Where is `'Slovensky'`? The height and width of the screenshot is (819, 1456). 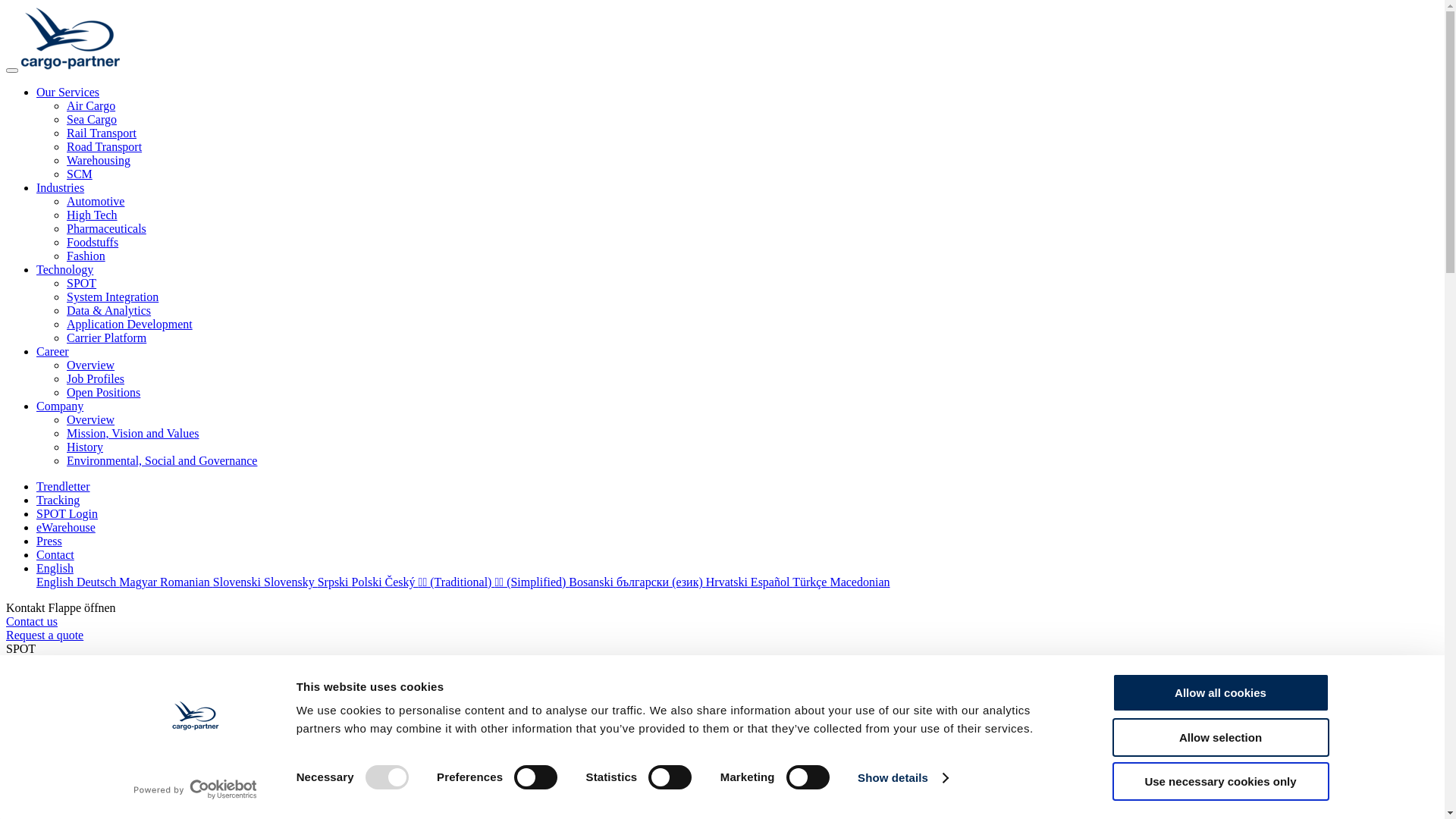
'Slovensky' is located at coordinates (290, 581).